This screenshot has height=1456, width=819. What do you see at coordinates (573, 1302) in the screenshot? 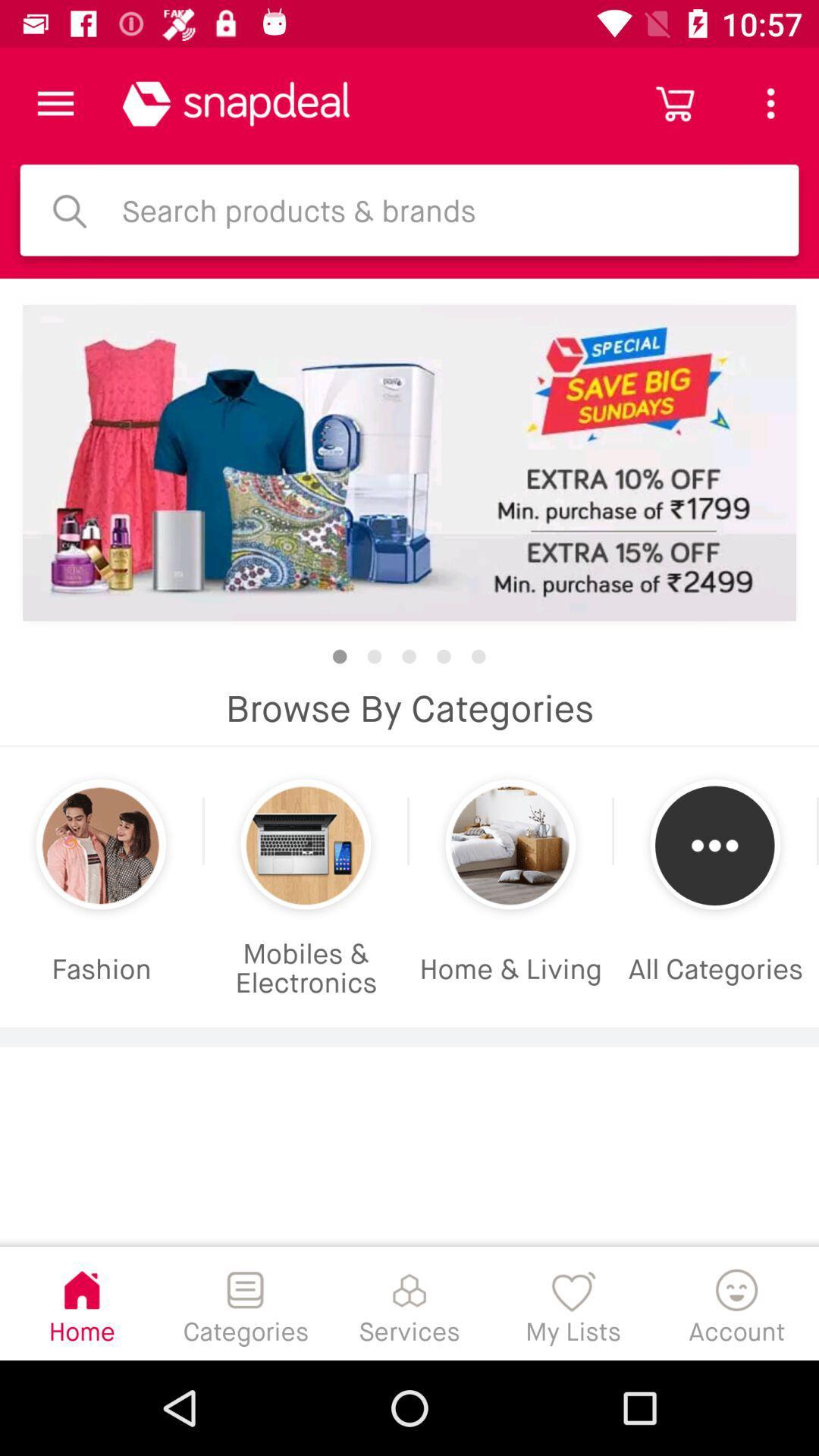
I see `icon next to account` at bounding box center [573, 1302].